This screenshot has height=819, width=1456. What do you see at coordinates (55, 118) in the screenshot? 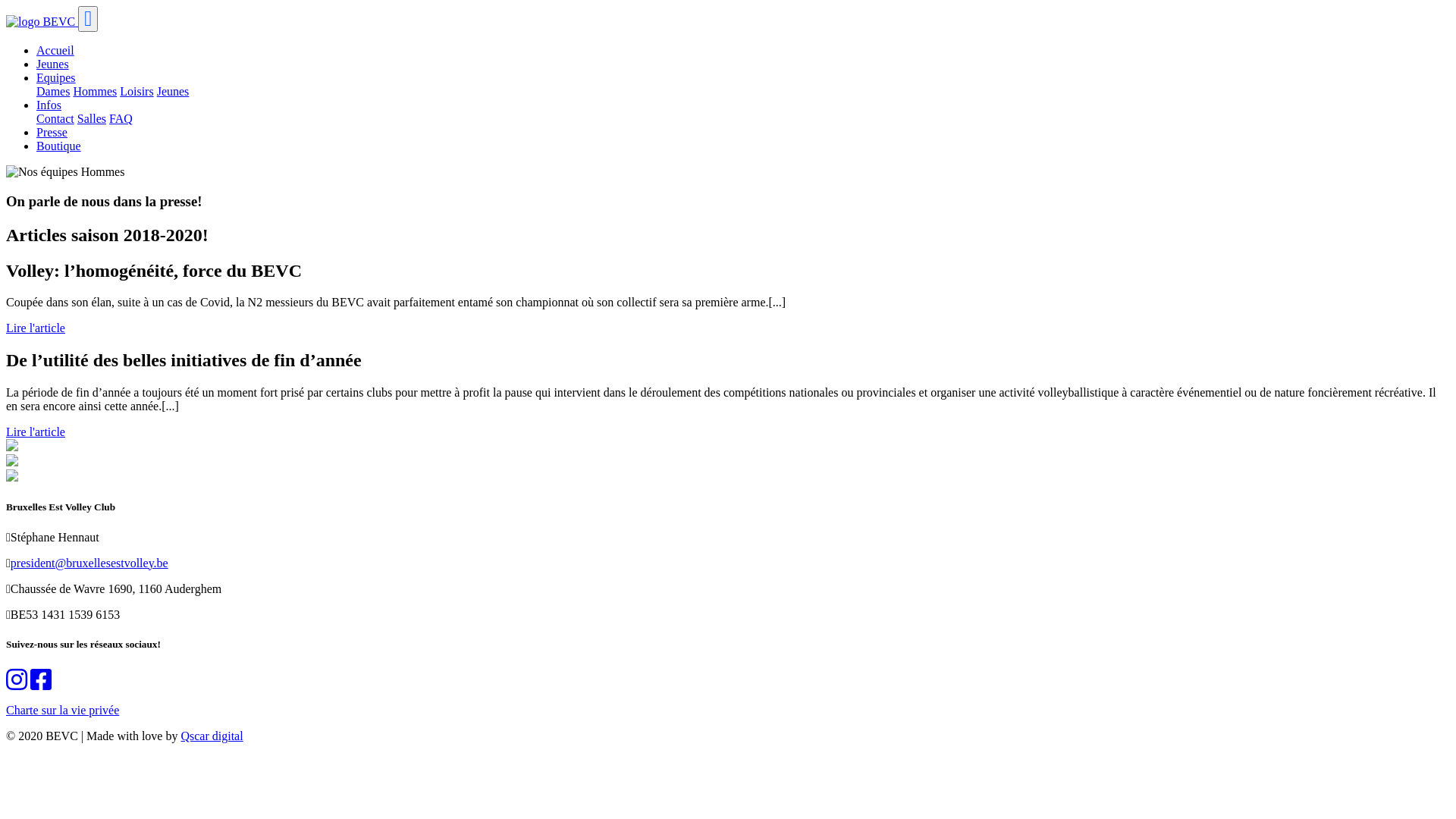
I see `'Contact'` at bounding box center [55, 118].